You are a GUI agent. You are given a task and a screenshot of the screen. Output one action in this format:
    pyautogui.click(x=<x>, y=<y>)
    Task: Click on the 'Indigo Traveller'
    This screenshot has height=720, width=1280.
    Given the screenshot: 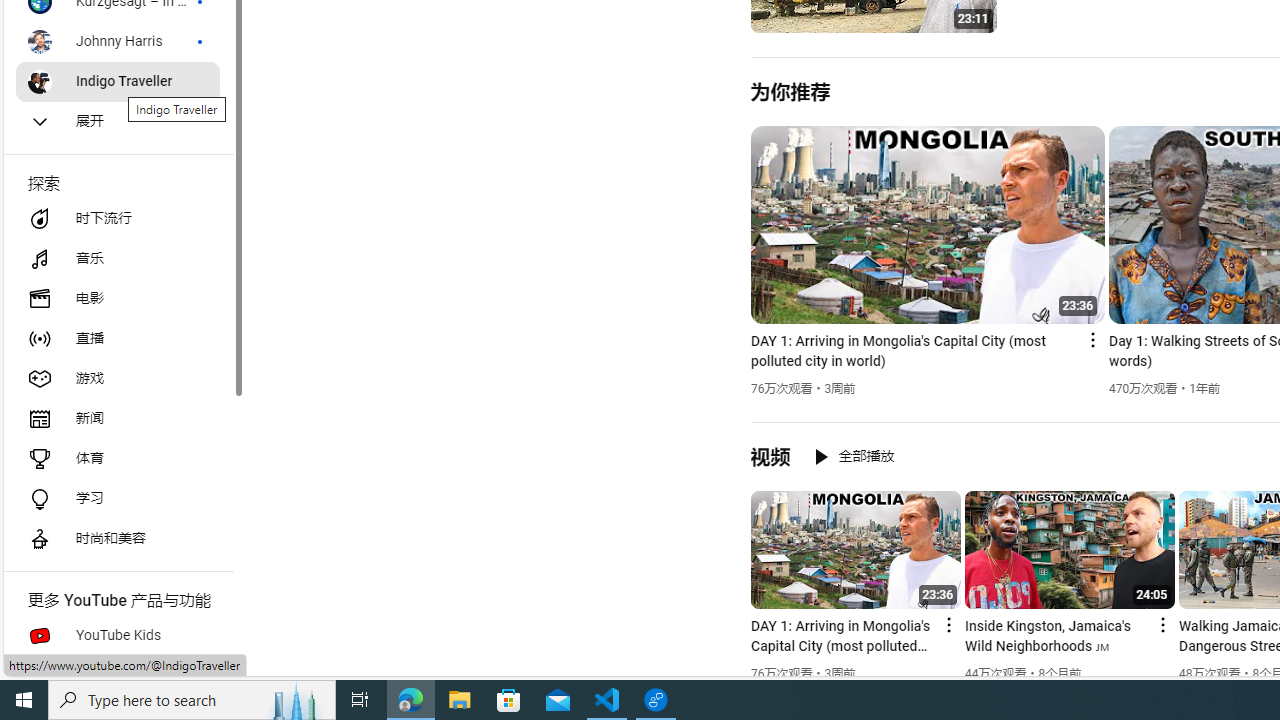 What is the action you would take?
    pyautogui.click(x=116, y=81)
    